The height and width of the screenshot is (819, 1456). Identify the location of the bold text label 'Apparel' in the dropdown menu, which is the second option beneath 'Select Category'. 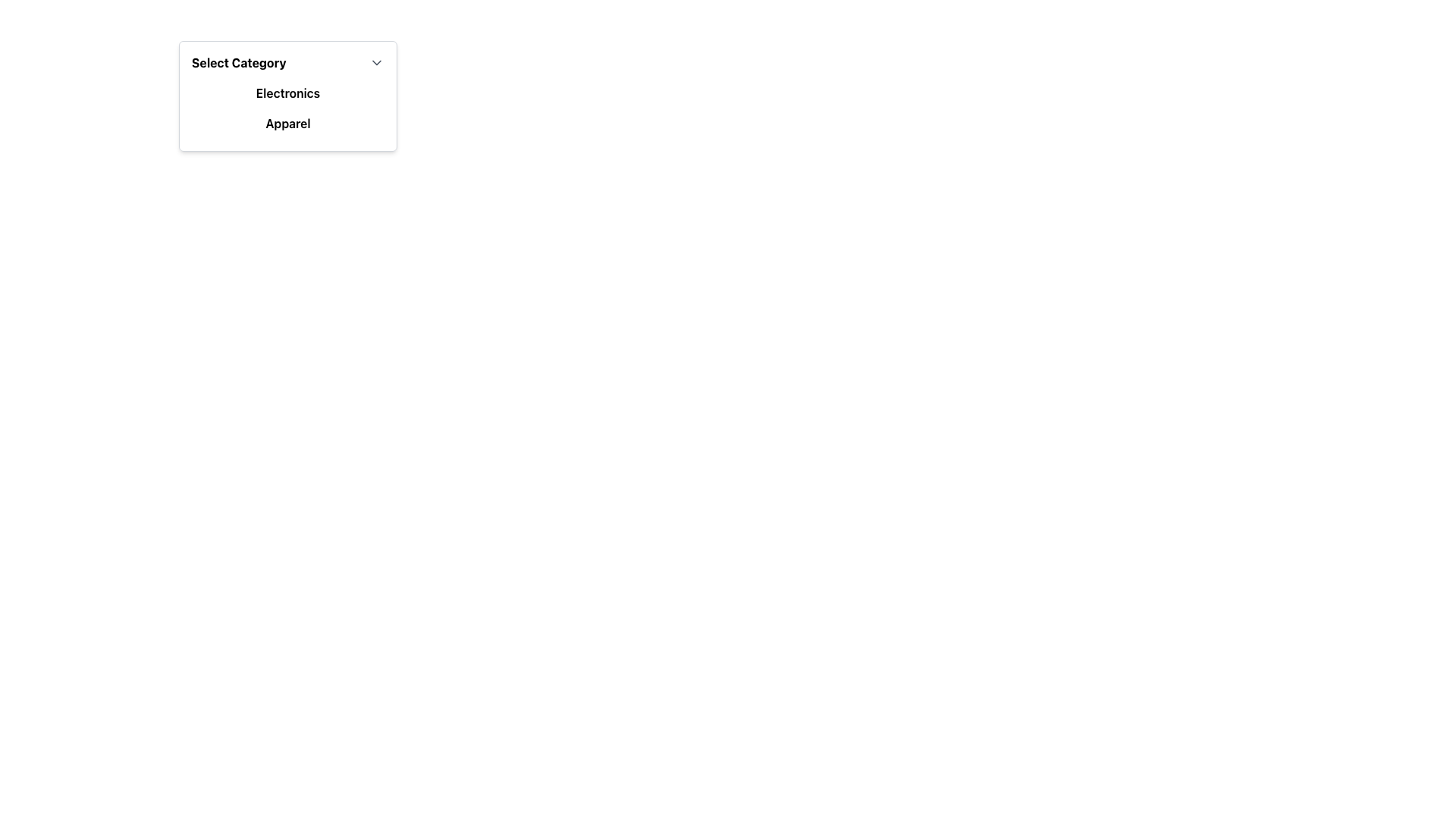
(287, 122).